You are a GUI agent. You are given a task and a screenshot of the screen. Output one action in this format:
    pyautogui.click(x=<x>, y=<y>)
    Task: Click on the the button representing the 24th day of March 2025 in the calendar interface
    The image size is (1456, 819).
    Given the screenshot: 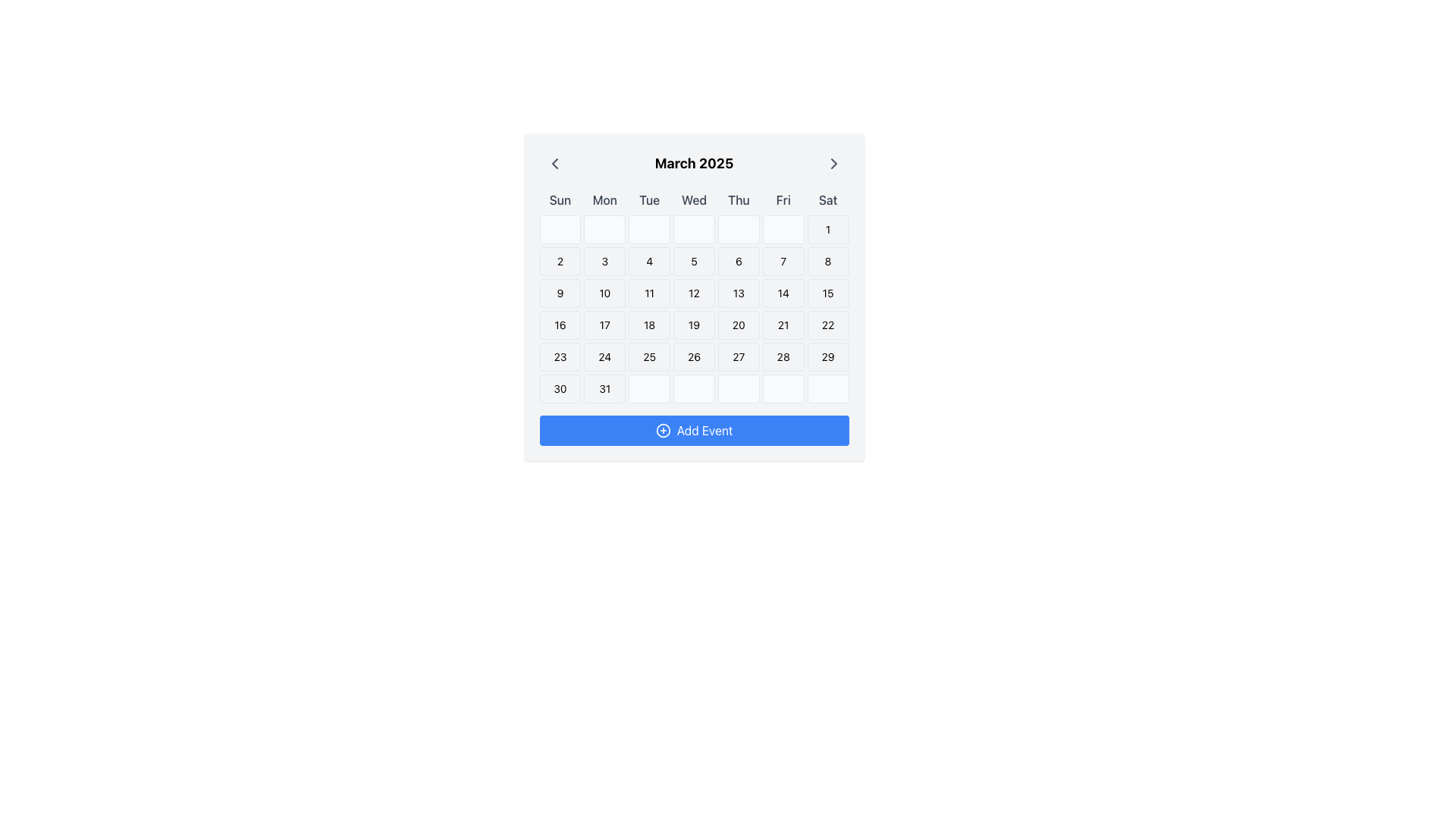 What is the action you would take?
    pyautogui.click(x=604, y=356)
    